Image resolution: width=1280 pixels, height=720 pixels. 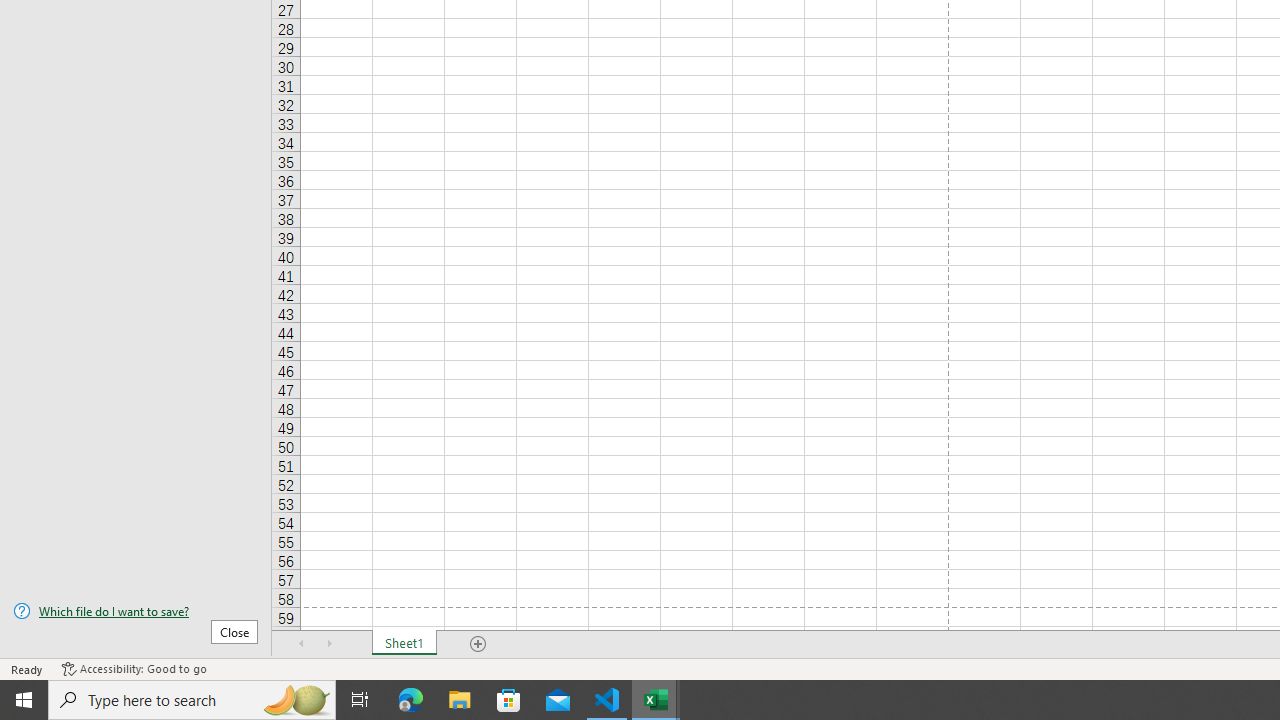 I want to click on 'Microsoft Store', so click(x=509, y=698).